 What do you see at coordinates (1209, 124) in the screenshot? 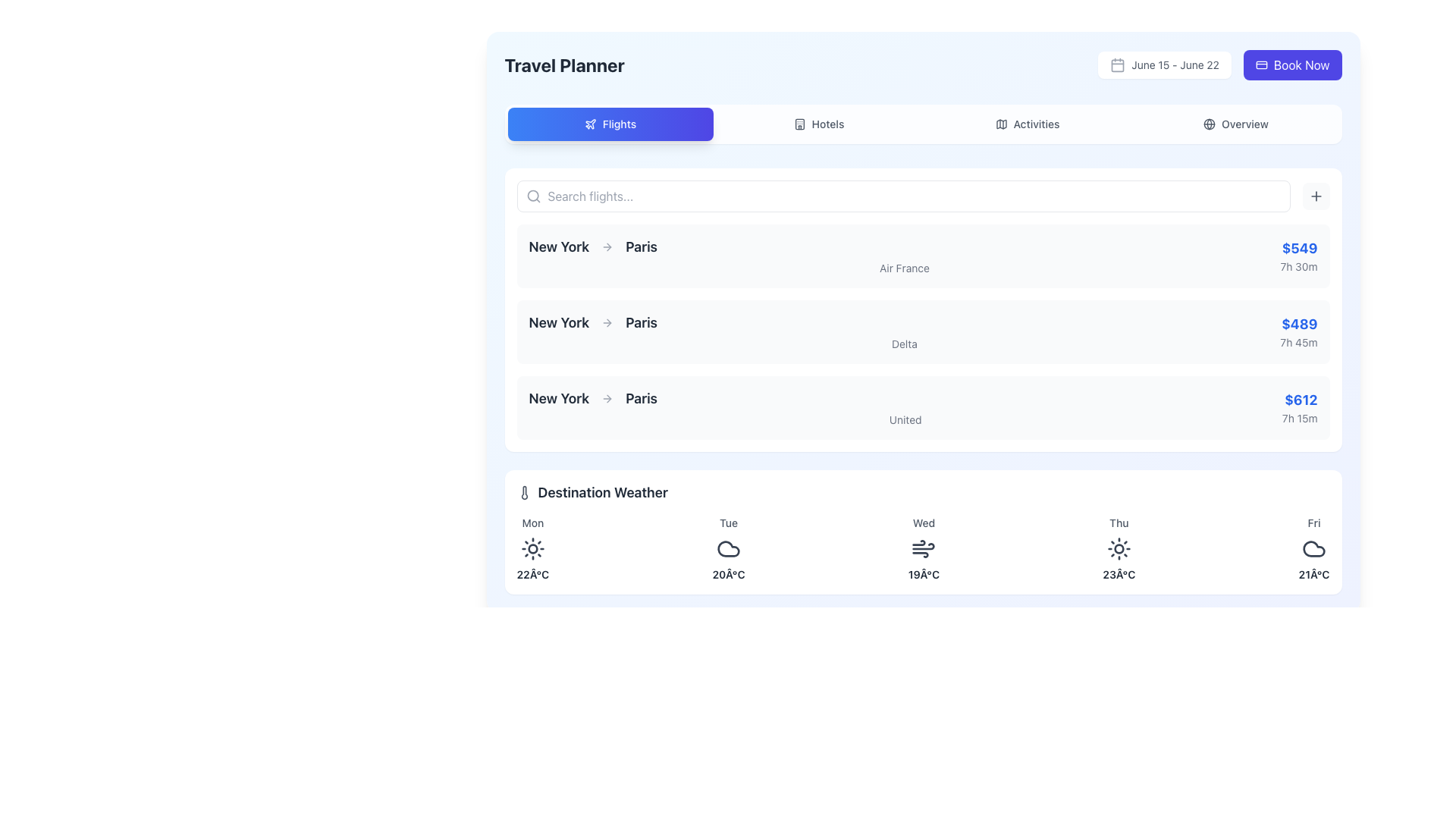
I see `the globe icon representing the 'Overview' tab located in the navigation bar at the top-right of the interface` at bounding box center [1209, 124].